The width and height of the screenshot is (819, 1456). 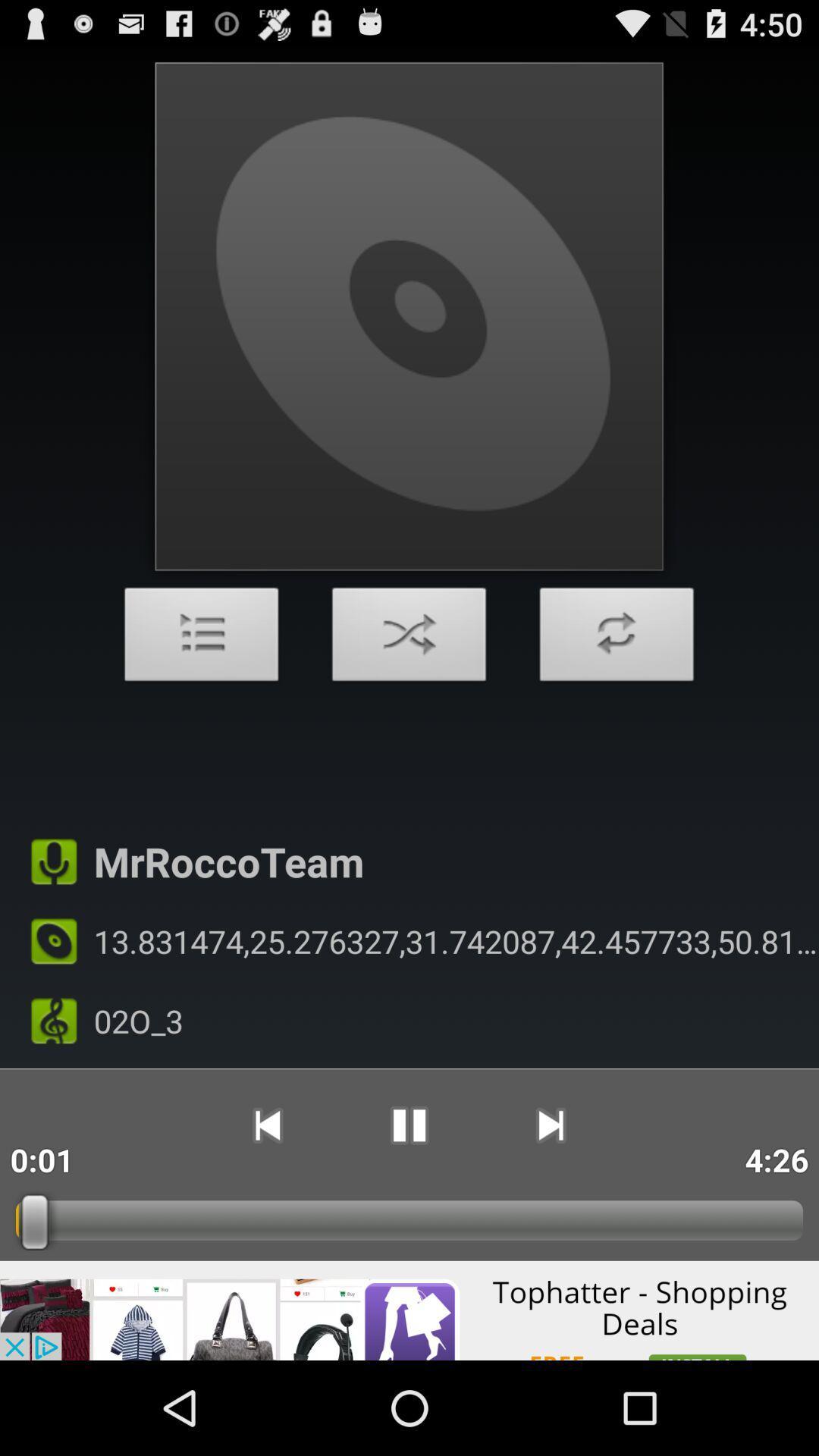 What do you see at coordinates (409, 639) in the screenshot?
I see `shuffle order of audio` at bounding box center [409, 639].